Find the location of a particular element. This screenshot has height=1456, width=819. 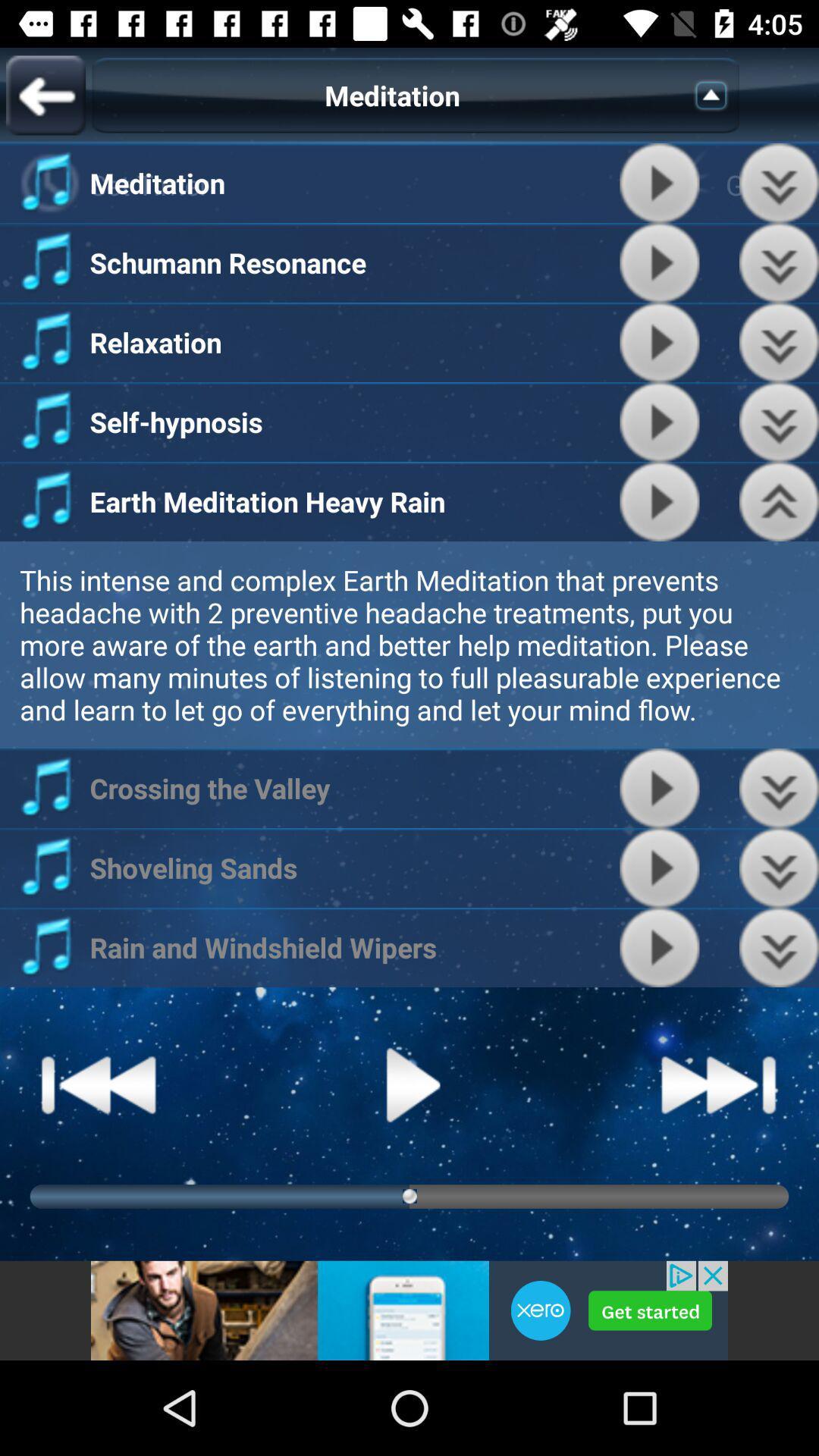

song is located at coordinates (659, 946).